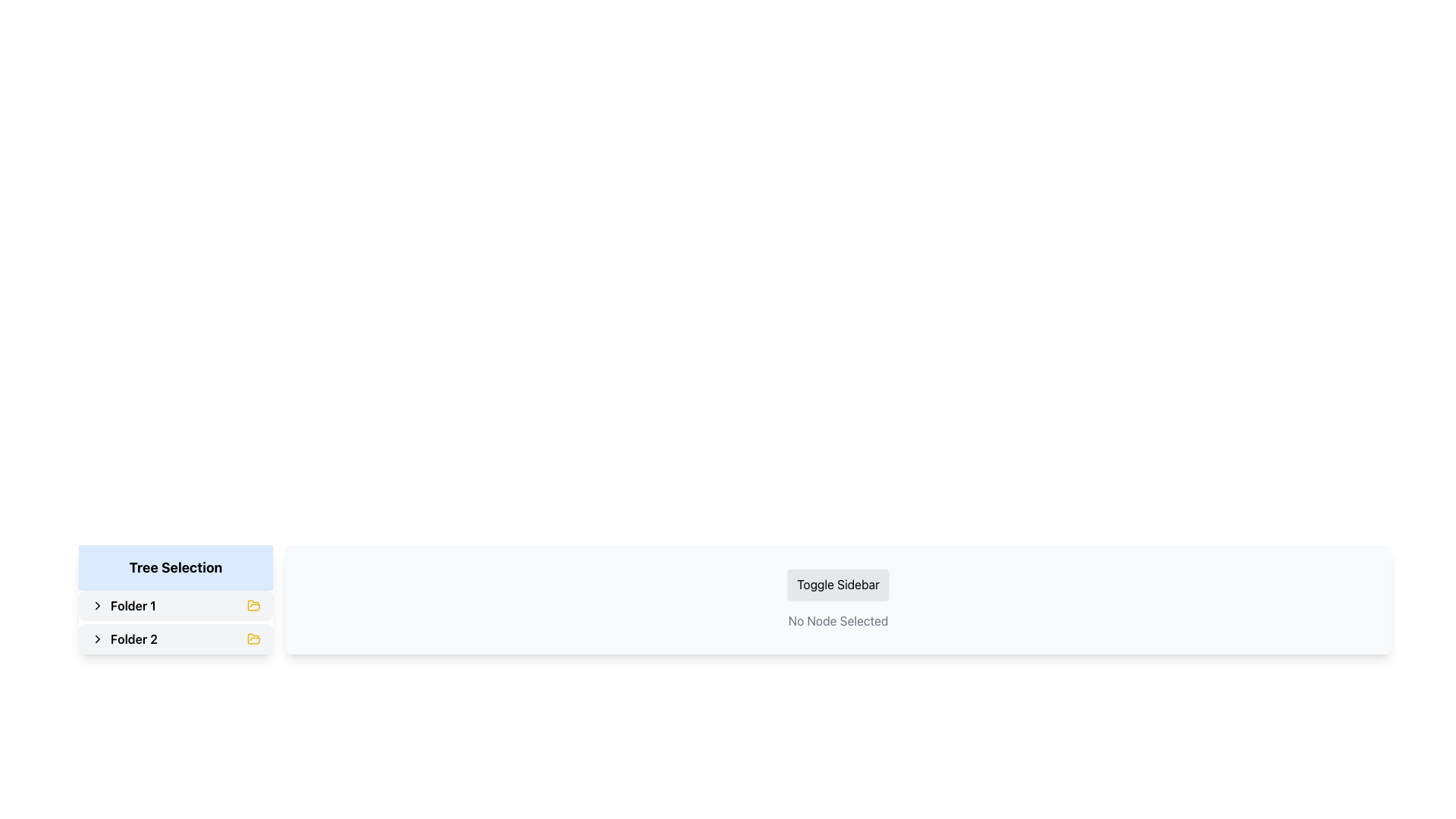  What do you see at coordinates (97, 604) in the screenshot?
I see `the expand/collapse button for 'Folder 1'` at bounding box center [97, 604].